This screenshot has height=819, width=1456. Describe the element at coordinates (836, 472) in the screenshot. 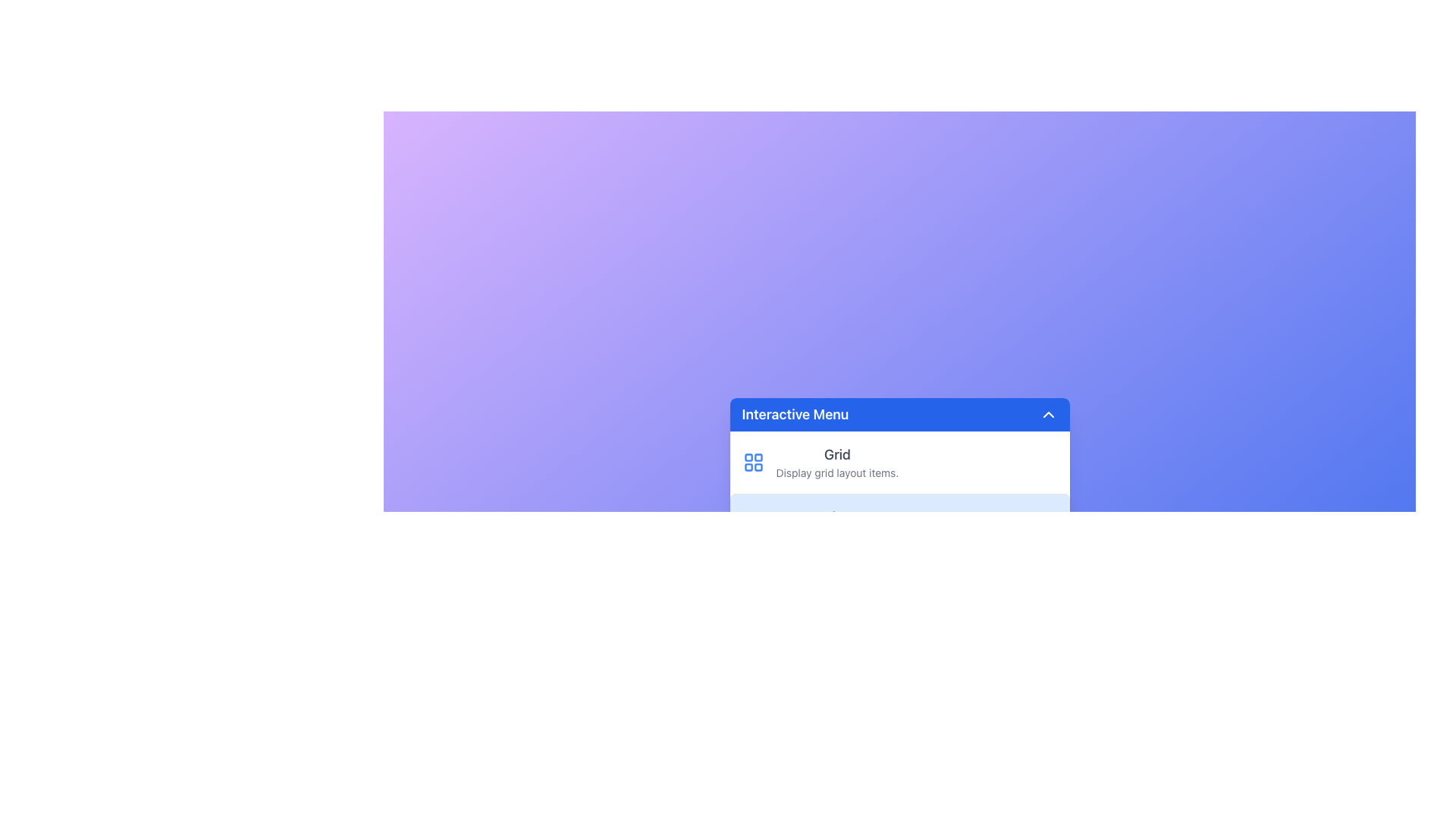

I see `the text label that provides supplementary information for the 'Grid' option, which is centrally located below the 'Grid' title` at that location.